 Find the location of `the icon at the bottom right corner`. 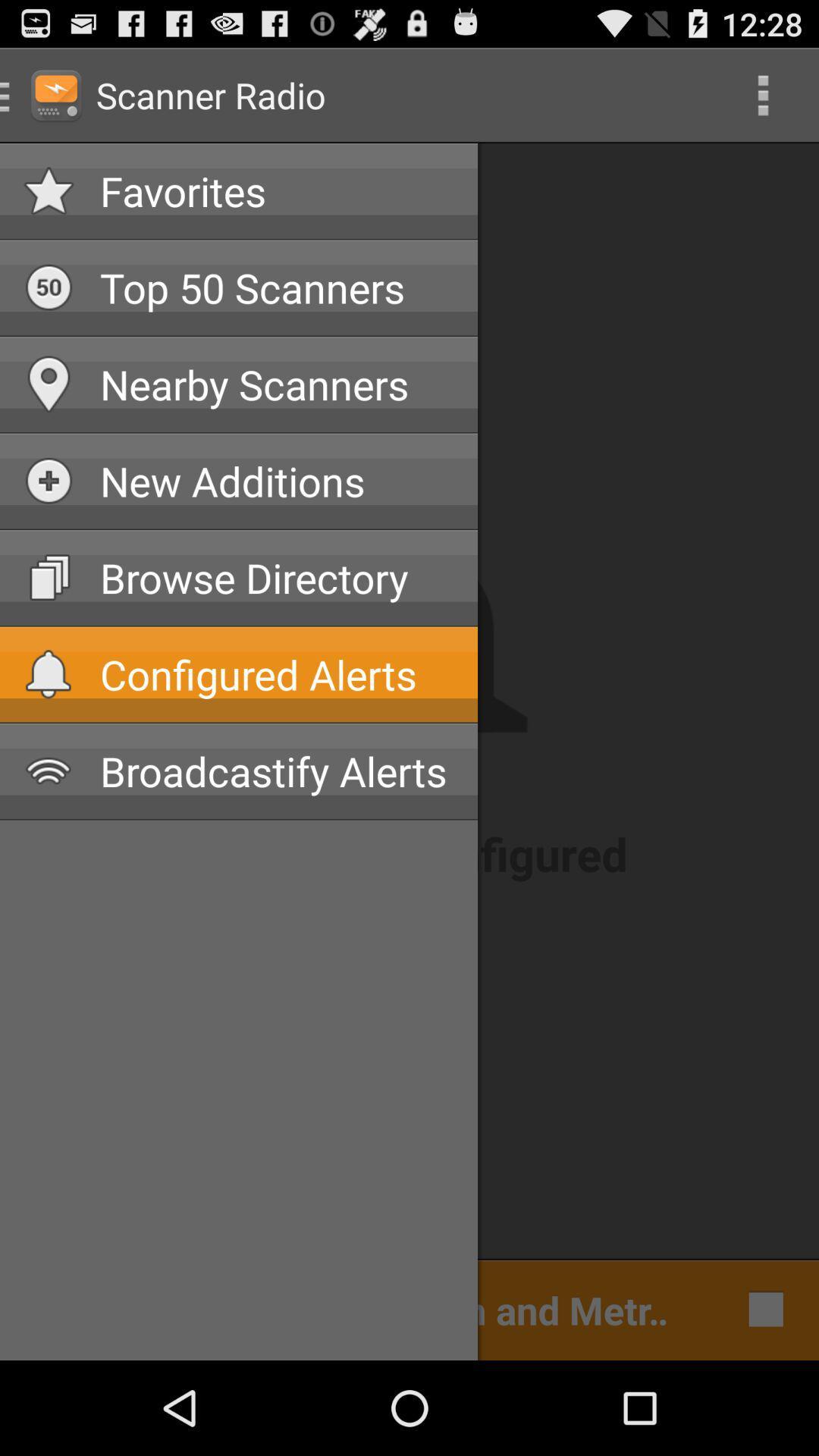

the icon at the bottom right corner is located at coordinates (762, 1308).